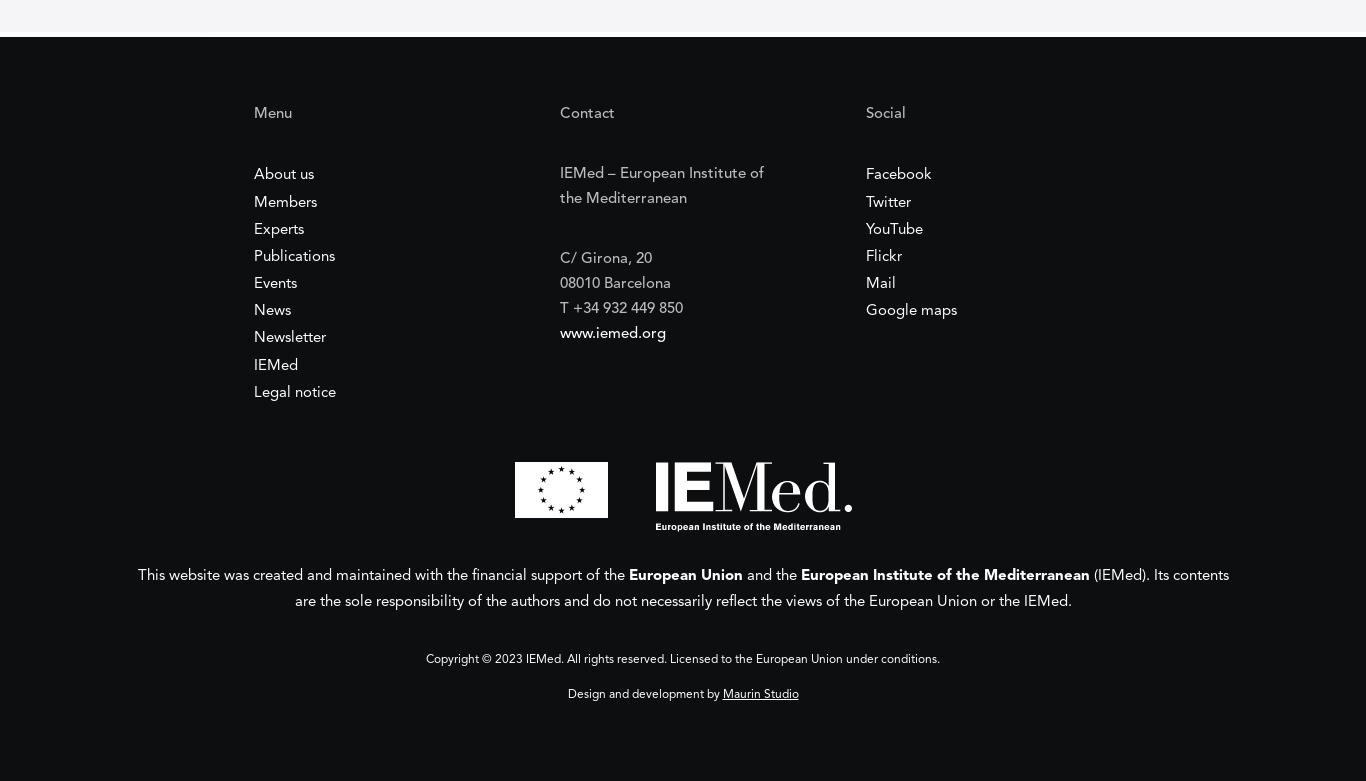 This screenshot has width=1366, height=781. What do you see at coordinates (879, 284) in the screenshot?
I see `'Mail'` at bounding box center [879, 284].